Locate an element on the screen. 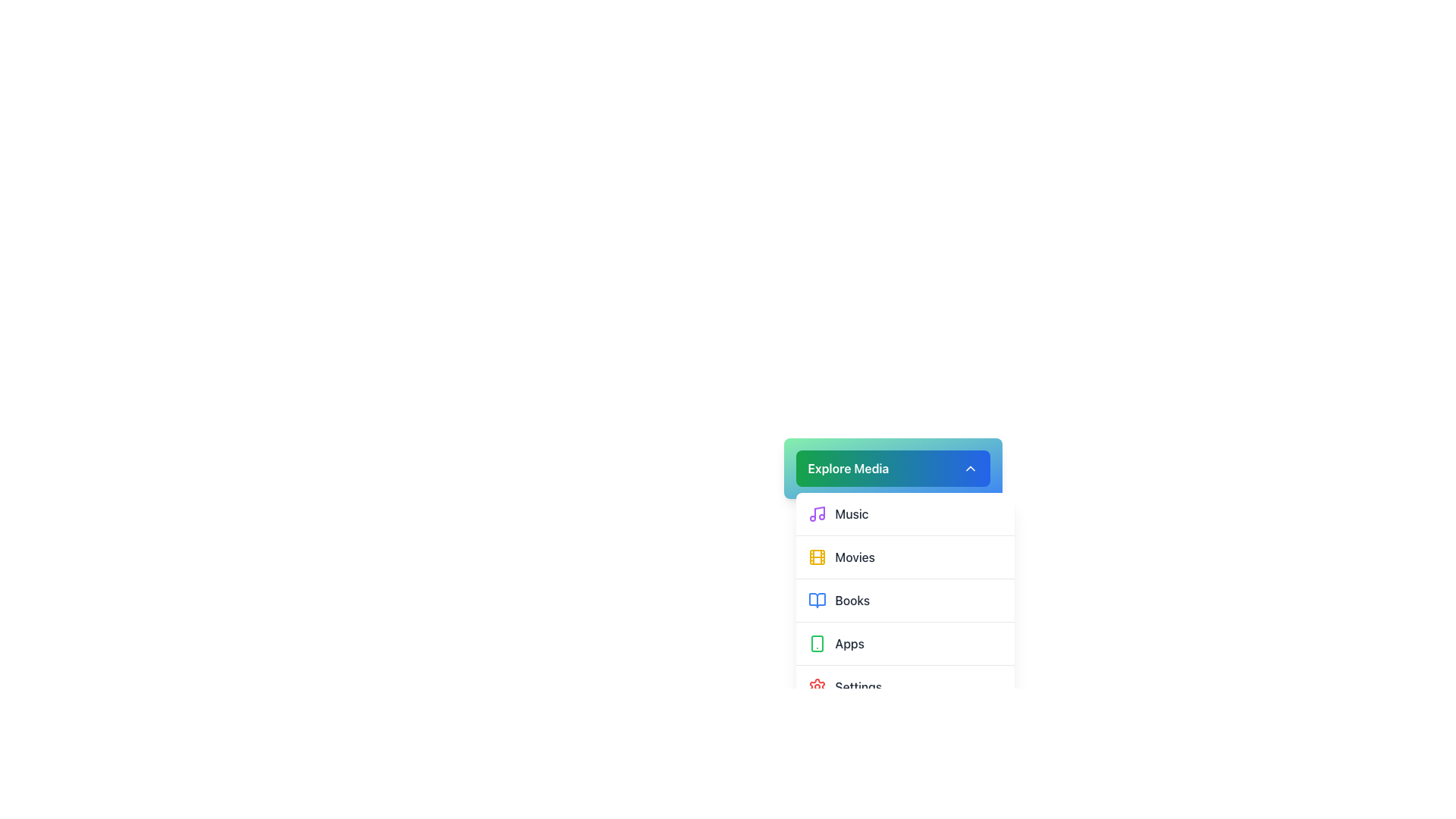 This screenshot has height=819, width=1456. text of the 'Books' label located in the dropdown menu, positioned to the right of the open book icon is located at coordinates (852, 599).